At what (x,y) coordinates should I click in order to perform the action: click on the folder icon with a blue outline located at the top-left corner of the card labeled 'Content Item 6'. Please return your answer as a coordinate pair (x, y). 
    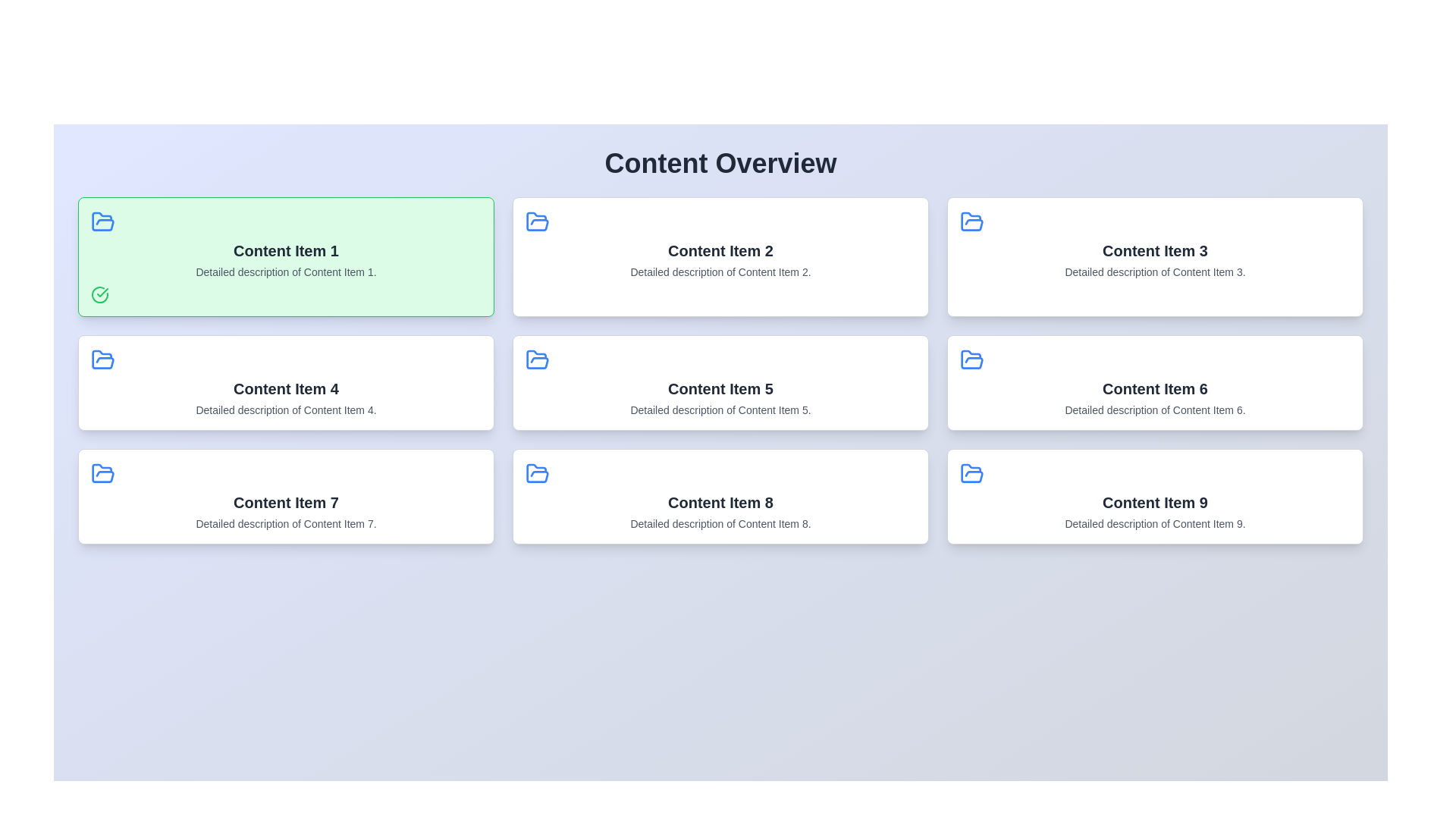
    Looking at the image, I should click on (971, 359).